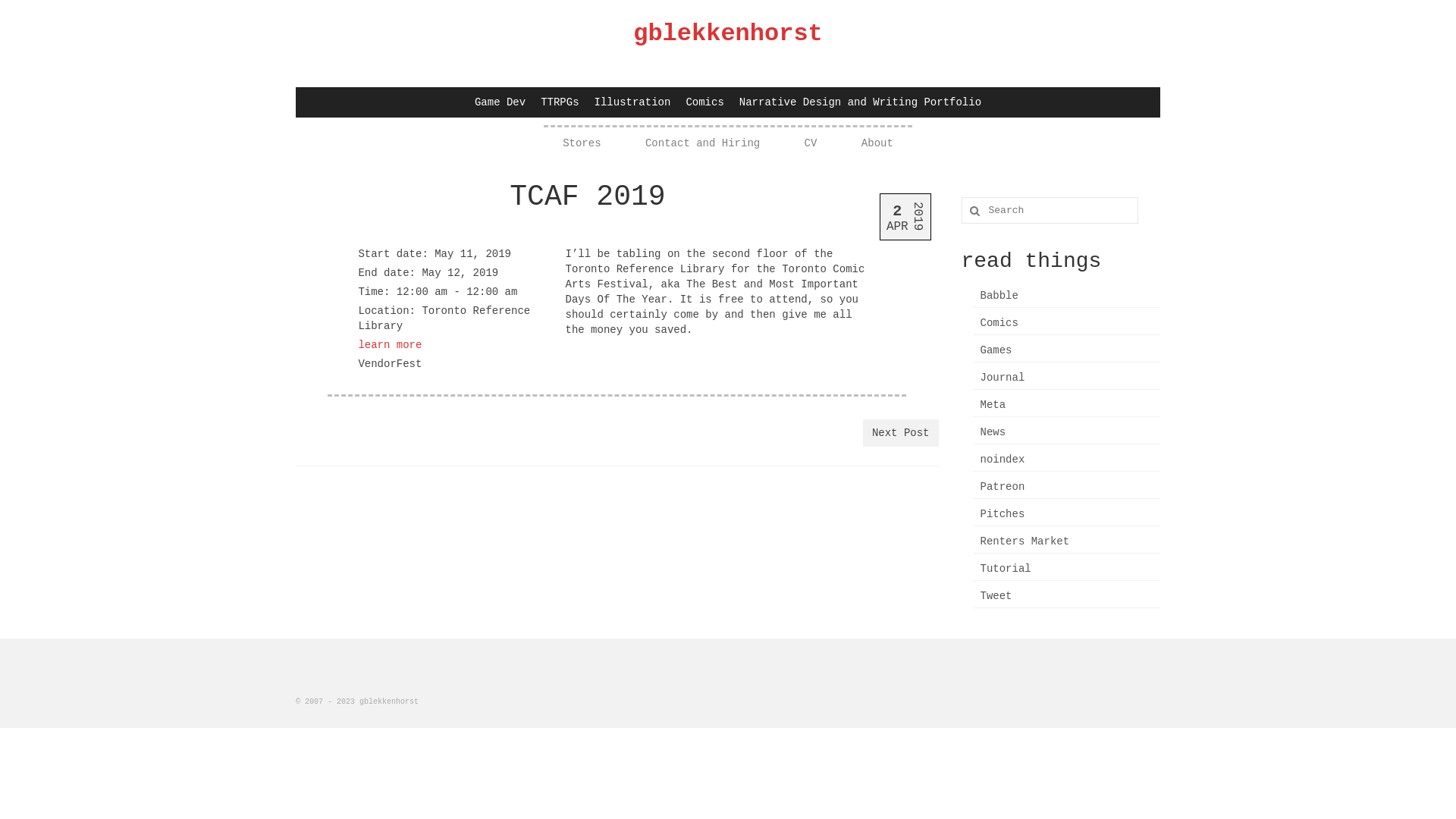 The height and width of the screenshot is (819, 1456). What do you see at coordinates (532, 102) in the screenshot?
I see `'TTRPGs'` at bounding box center [532, 102].